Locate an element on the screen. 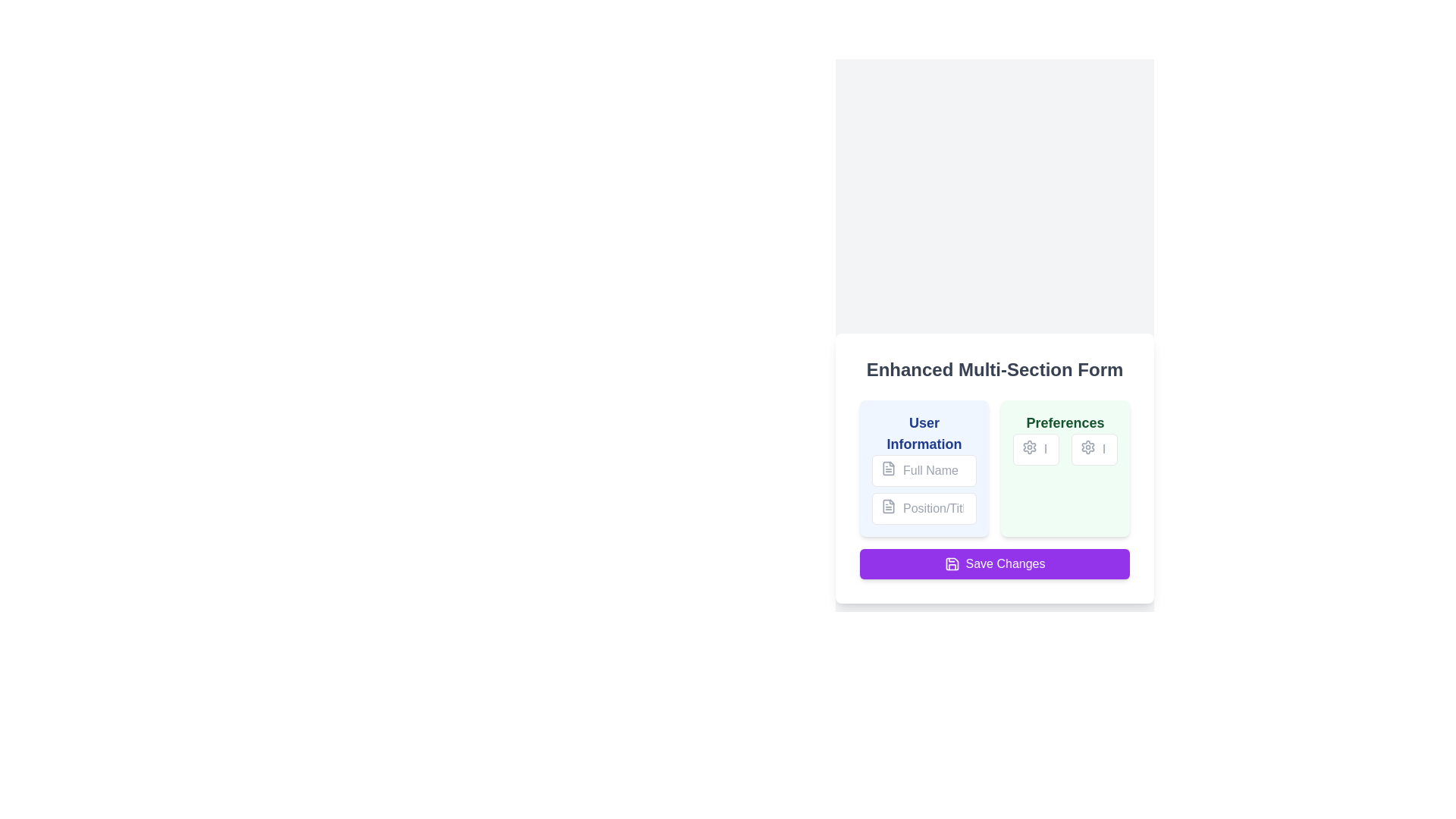  the gear-shaped icon button located to the right of the 'Preferences' section is located at coordinates (1030, 447).